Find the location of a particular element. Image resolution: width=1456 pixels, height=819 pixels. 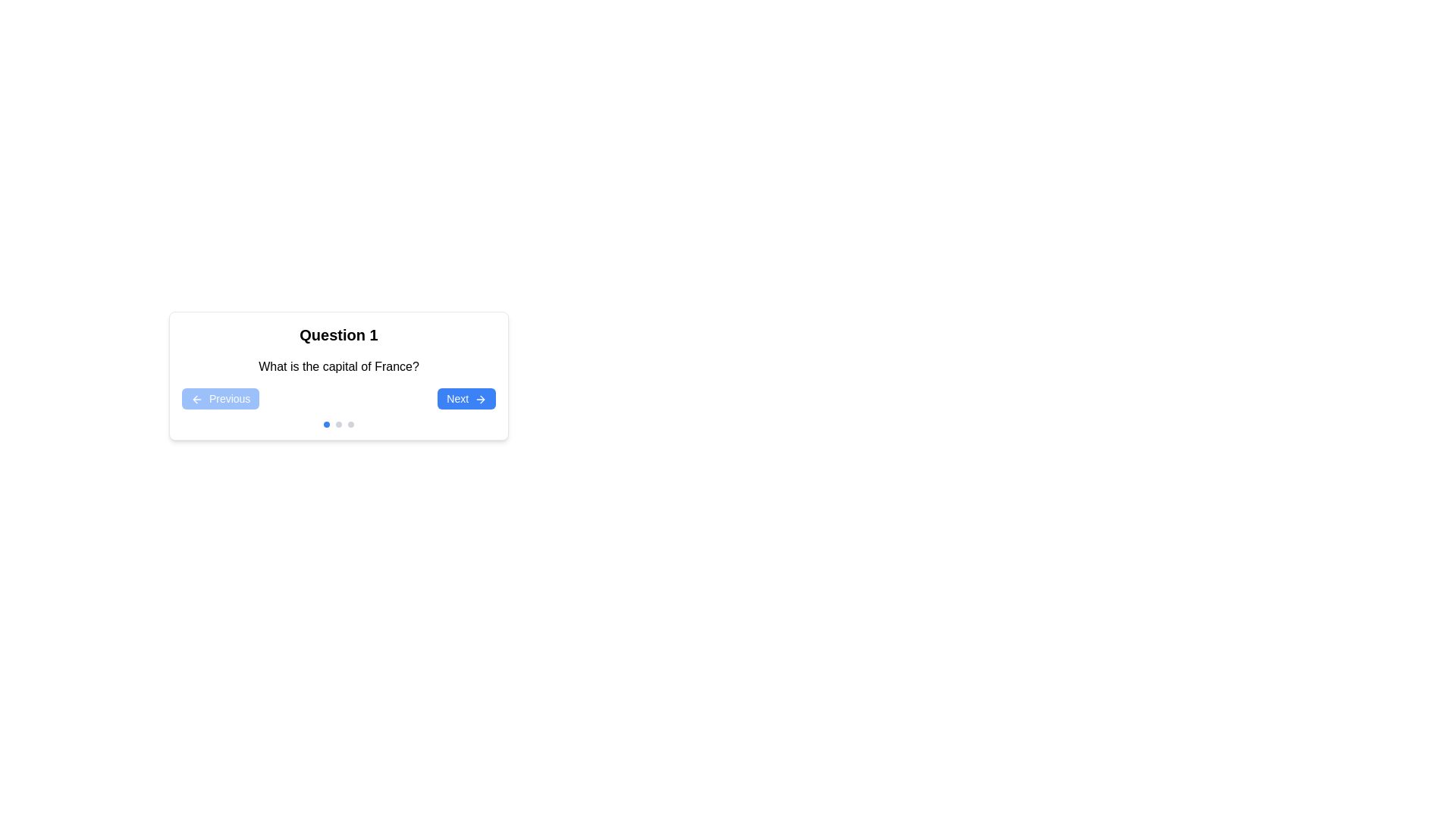

the navigation button located on the left side of the 'Next' button is located at coordinates (220, 397).